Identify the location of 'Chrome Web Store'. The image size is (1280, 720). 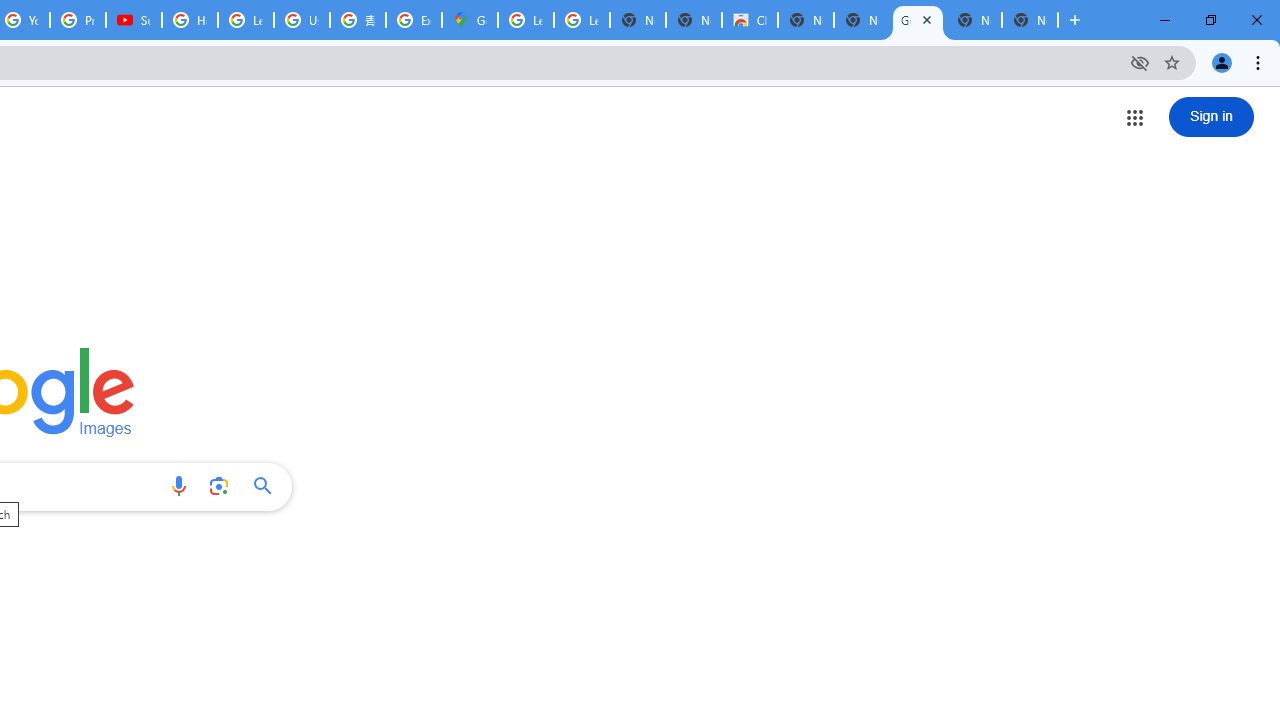
(749, 20).